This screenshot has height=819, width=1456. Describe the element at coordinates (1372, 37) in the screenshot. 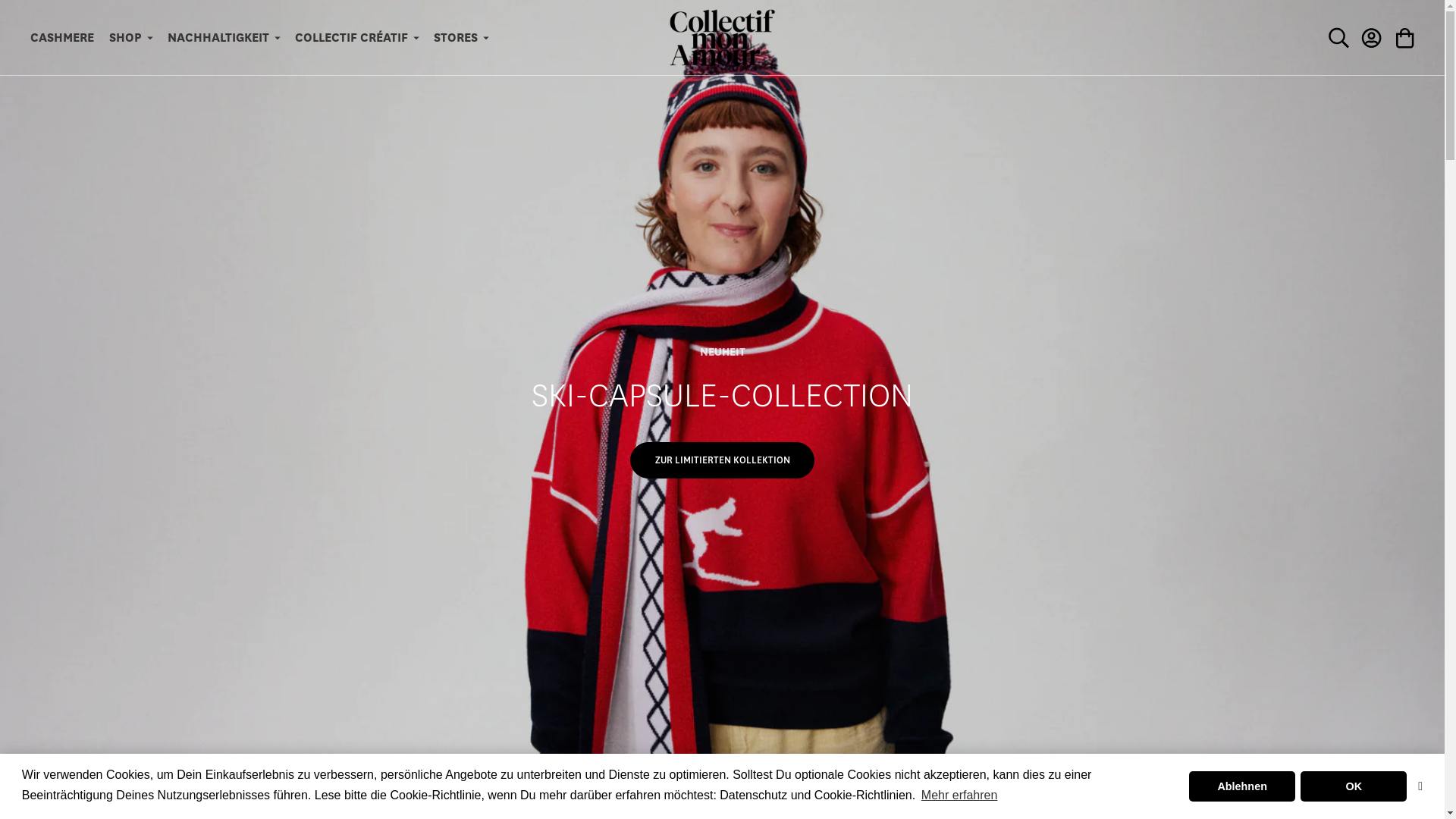

I see `'Konto'` at that location.